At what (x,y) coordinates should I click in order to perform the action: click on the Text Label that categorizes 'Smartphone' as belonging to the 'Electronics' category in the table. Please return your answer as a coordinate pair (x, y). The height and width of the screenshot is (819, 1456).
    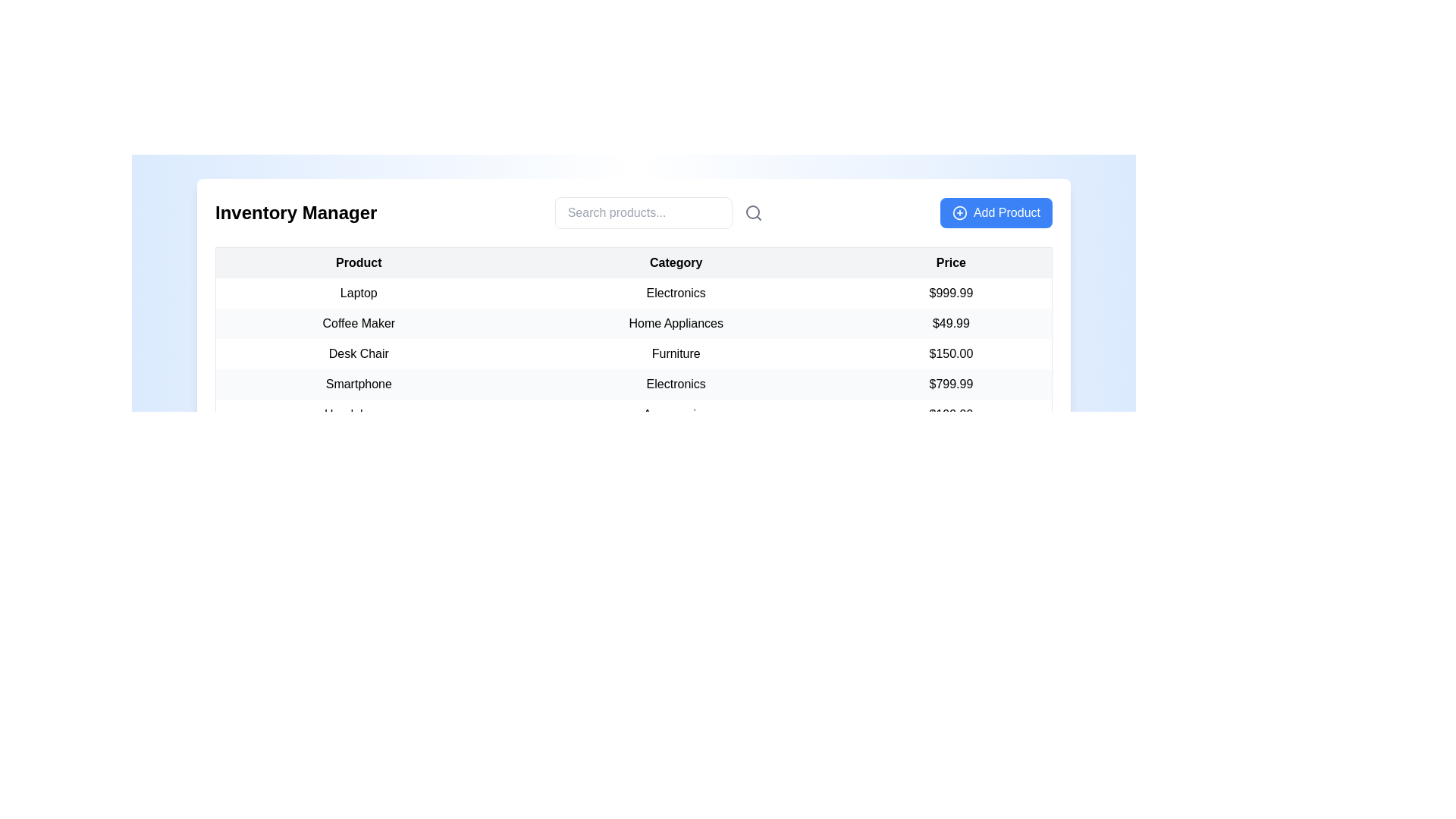
    Looking at the image, I should click on (675, 383).